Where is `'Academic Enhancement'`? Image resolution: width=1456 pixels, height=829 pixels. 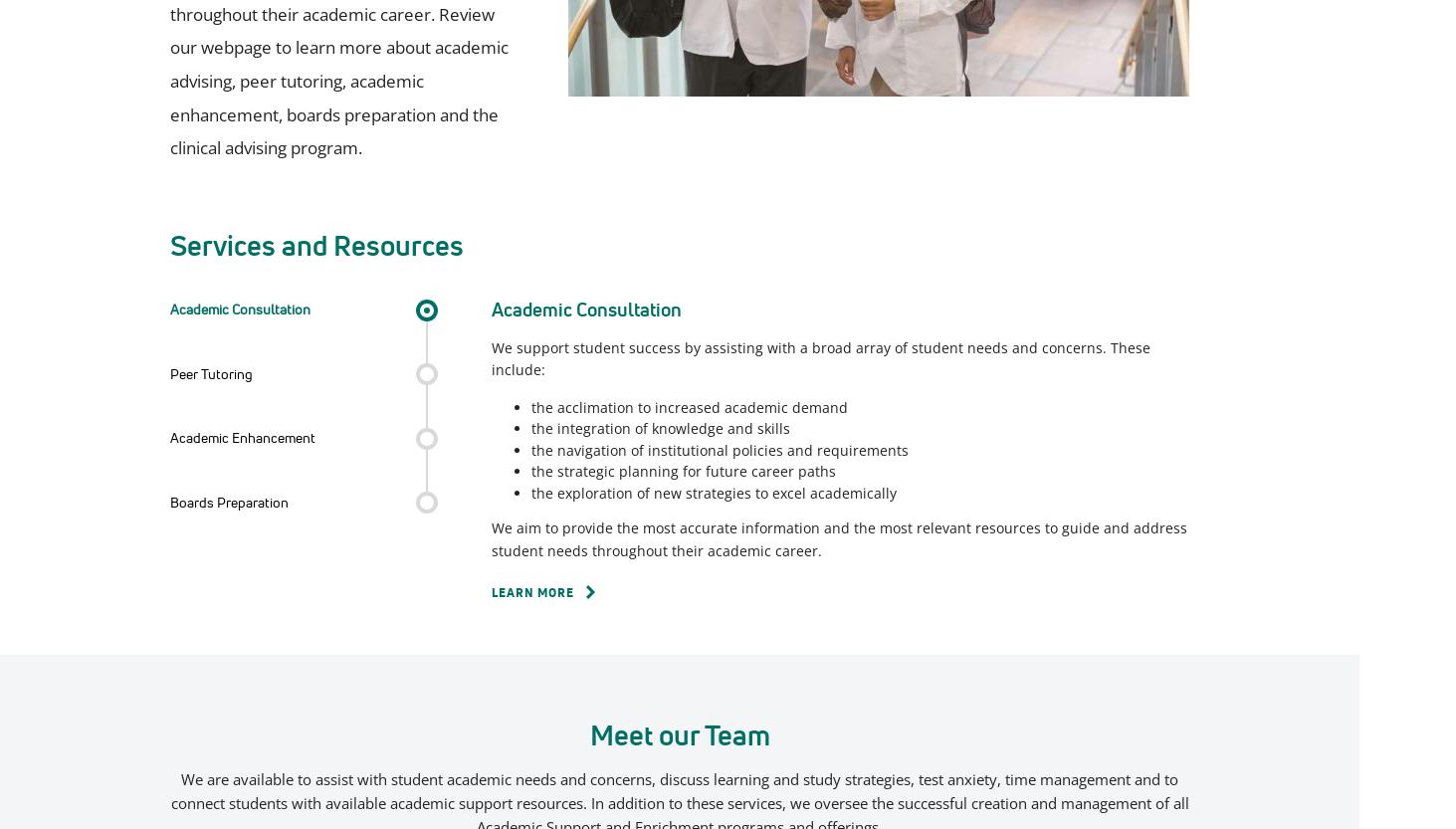
'Academic Enhancement' is located at coordinates (242, 436).